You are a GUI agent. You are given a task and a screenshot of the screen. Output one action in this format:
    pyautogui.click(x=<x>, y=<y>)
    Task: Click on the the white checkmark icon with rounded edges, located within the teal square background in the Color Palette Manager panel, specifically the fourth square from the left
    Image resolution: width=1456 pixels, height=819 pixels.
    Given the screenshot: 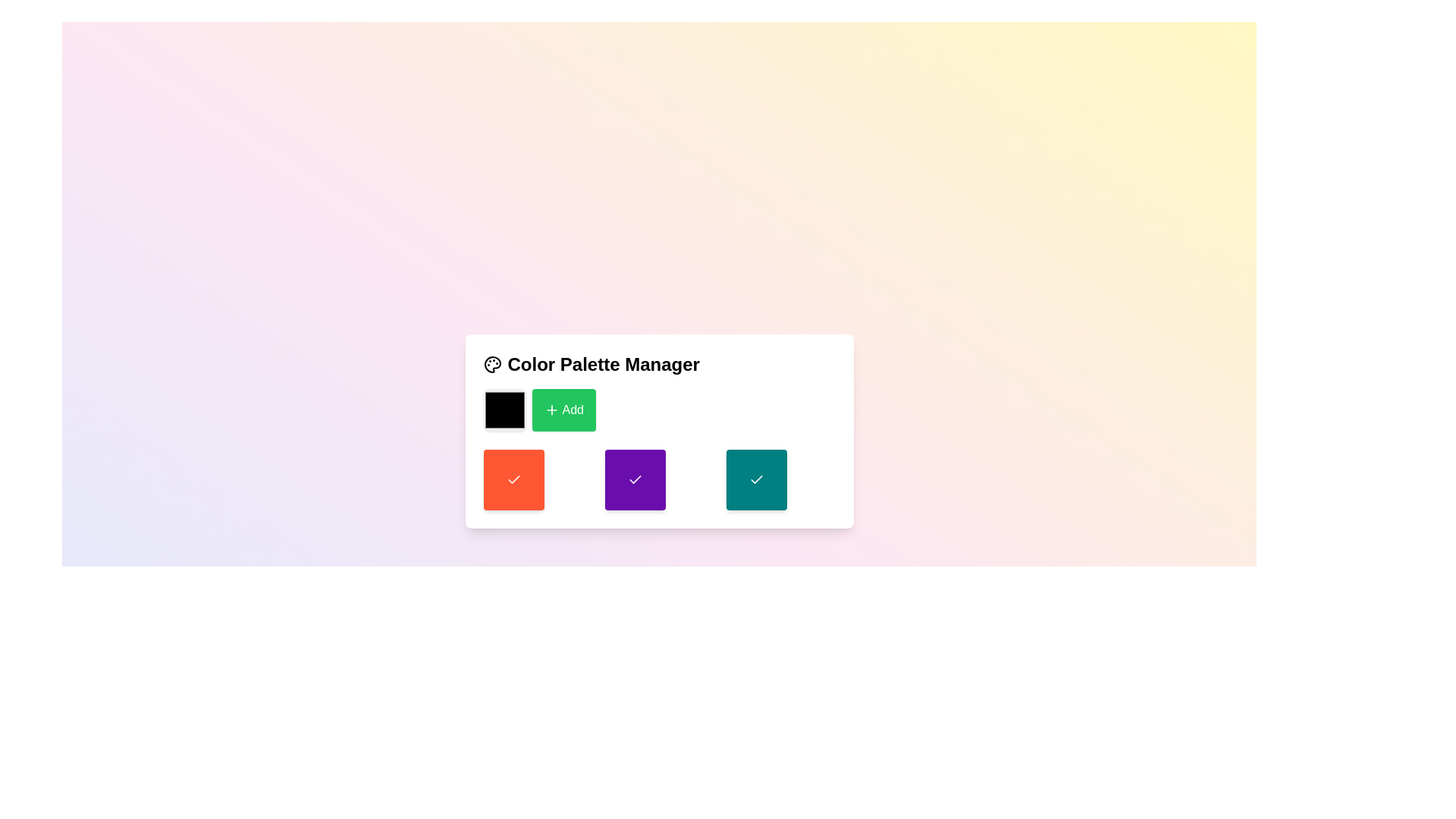 What is the action you would take?
    pyautogui.click(x=756, y=479)
    